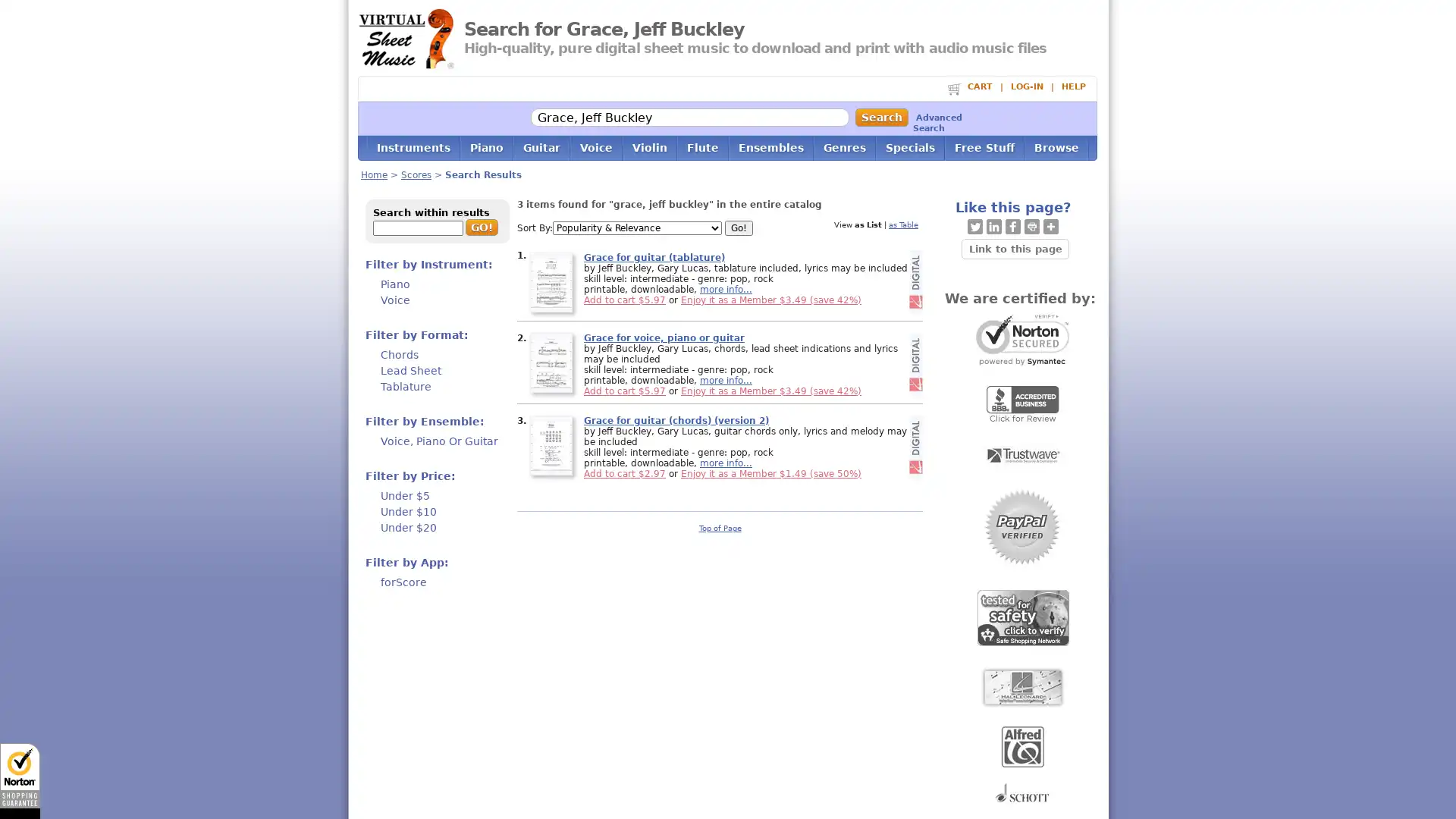 The image size is (1456, 819). I want to click on Go!, so click(739, 227).